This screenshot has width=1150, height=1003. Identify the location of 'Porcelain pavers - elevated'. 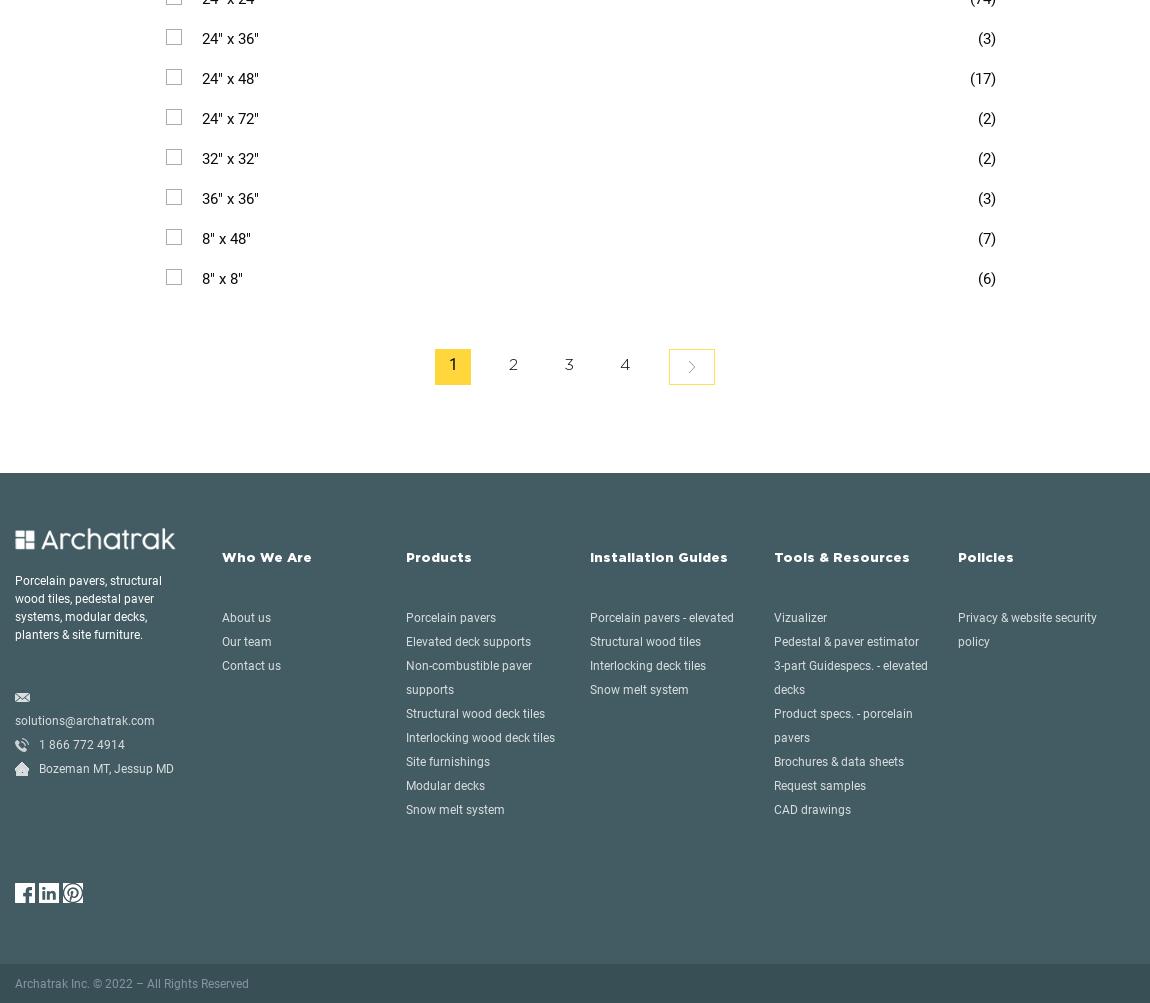
(660, 617).